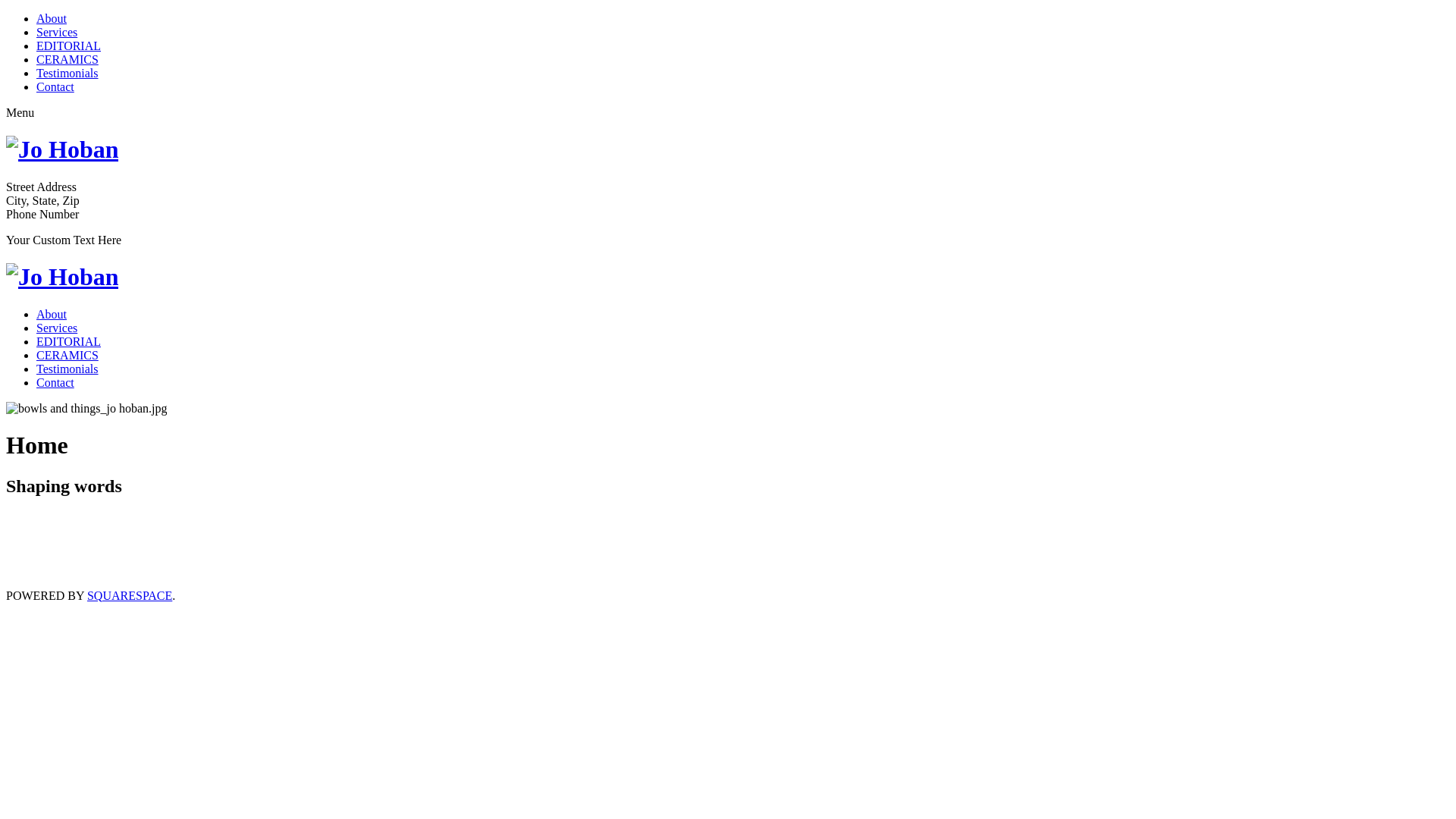 This screenshot has width=1456, height=819. What do you see at coordinates (55, 381) in the screenshot?
I see `'Contact'` at bounding box center [55, 381].